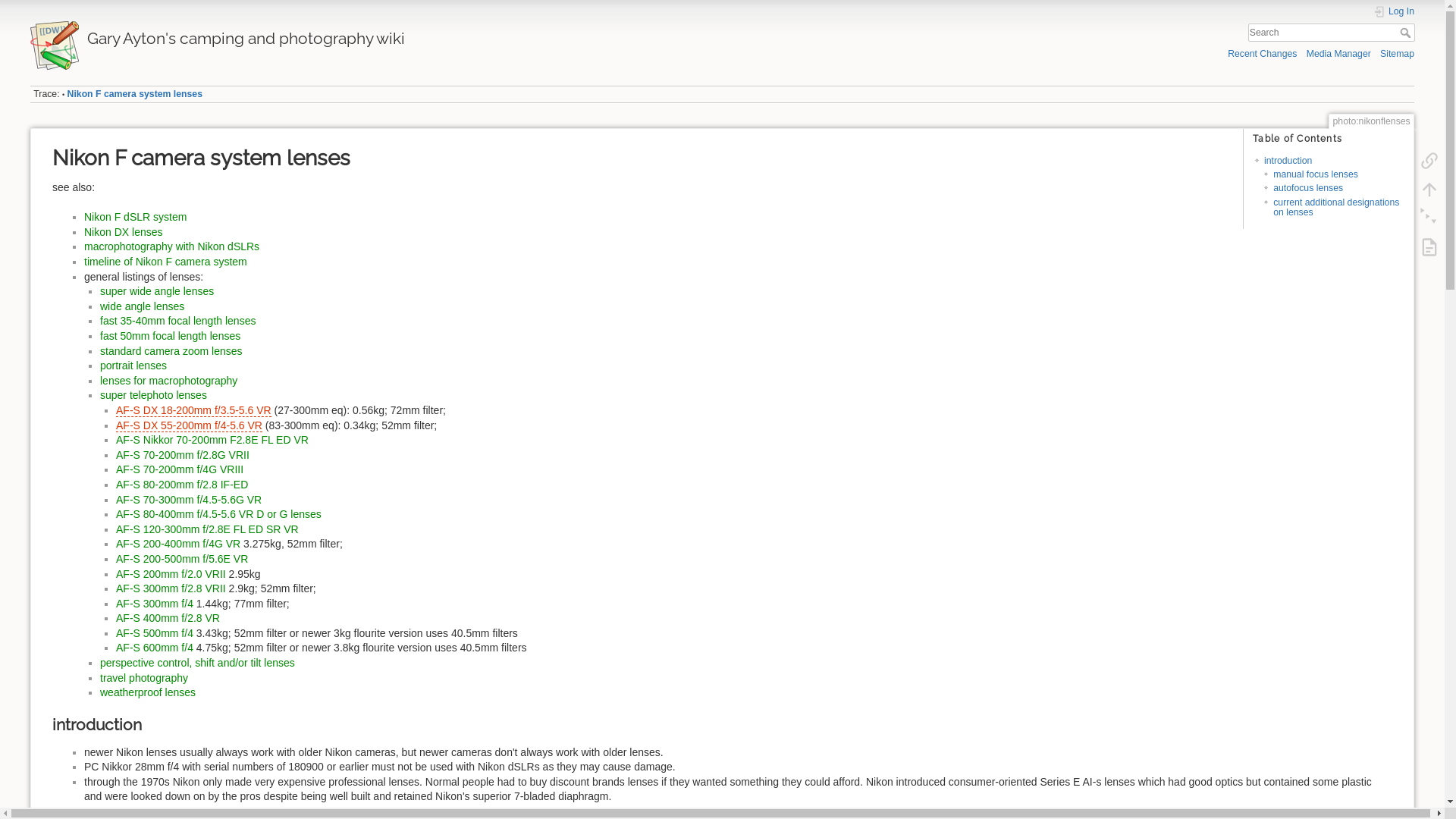 The image size is (1456, 819). I want to click on 'Log In', so click(1394, 11).